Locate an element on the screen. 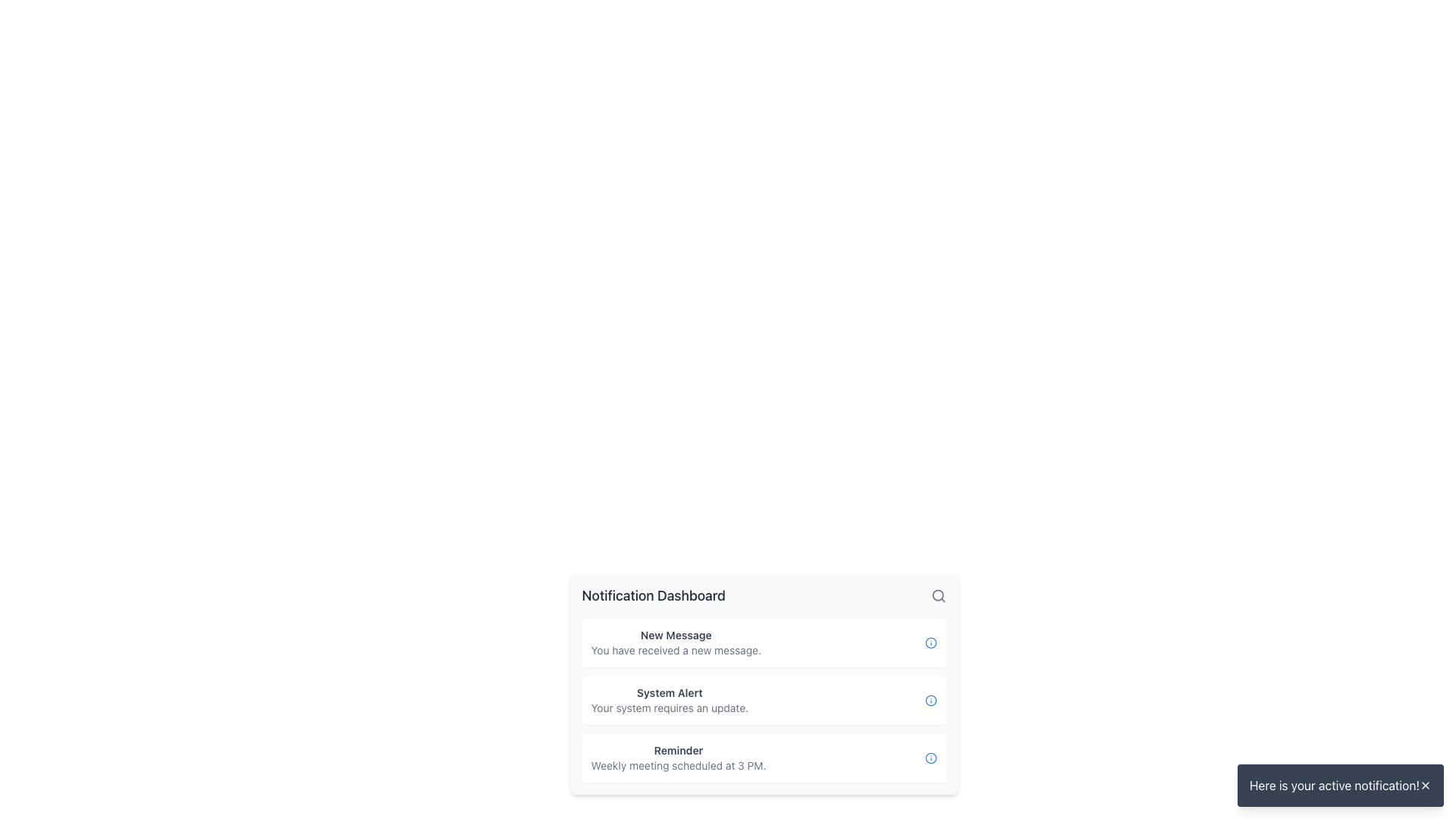  the blue circular information icon located to the right of the 'New Message' label is located at coordinates (930, 643).